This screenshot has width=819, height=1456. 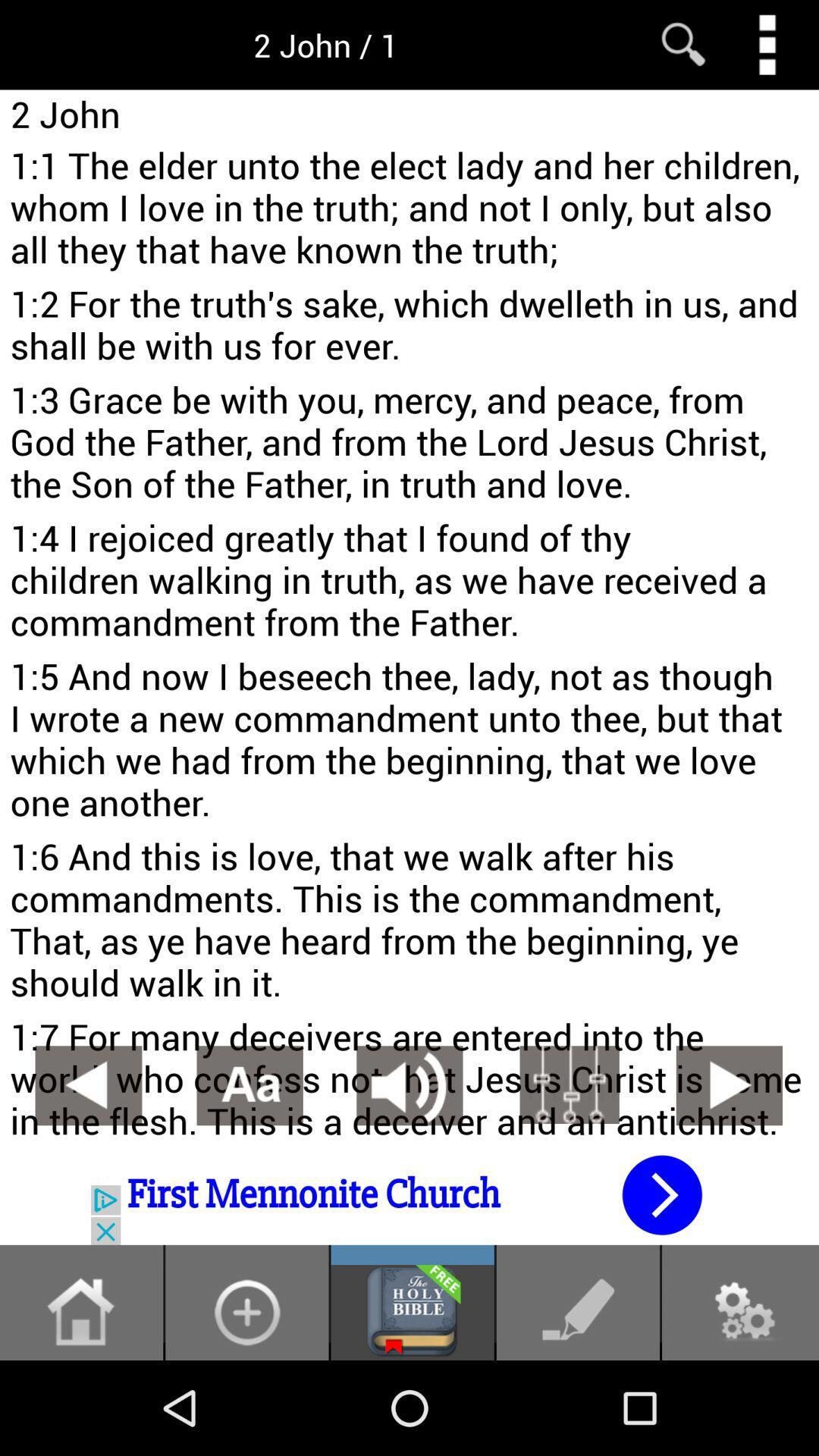 I want to click on the edit icon, so click(x=578, y=1404).